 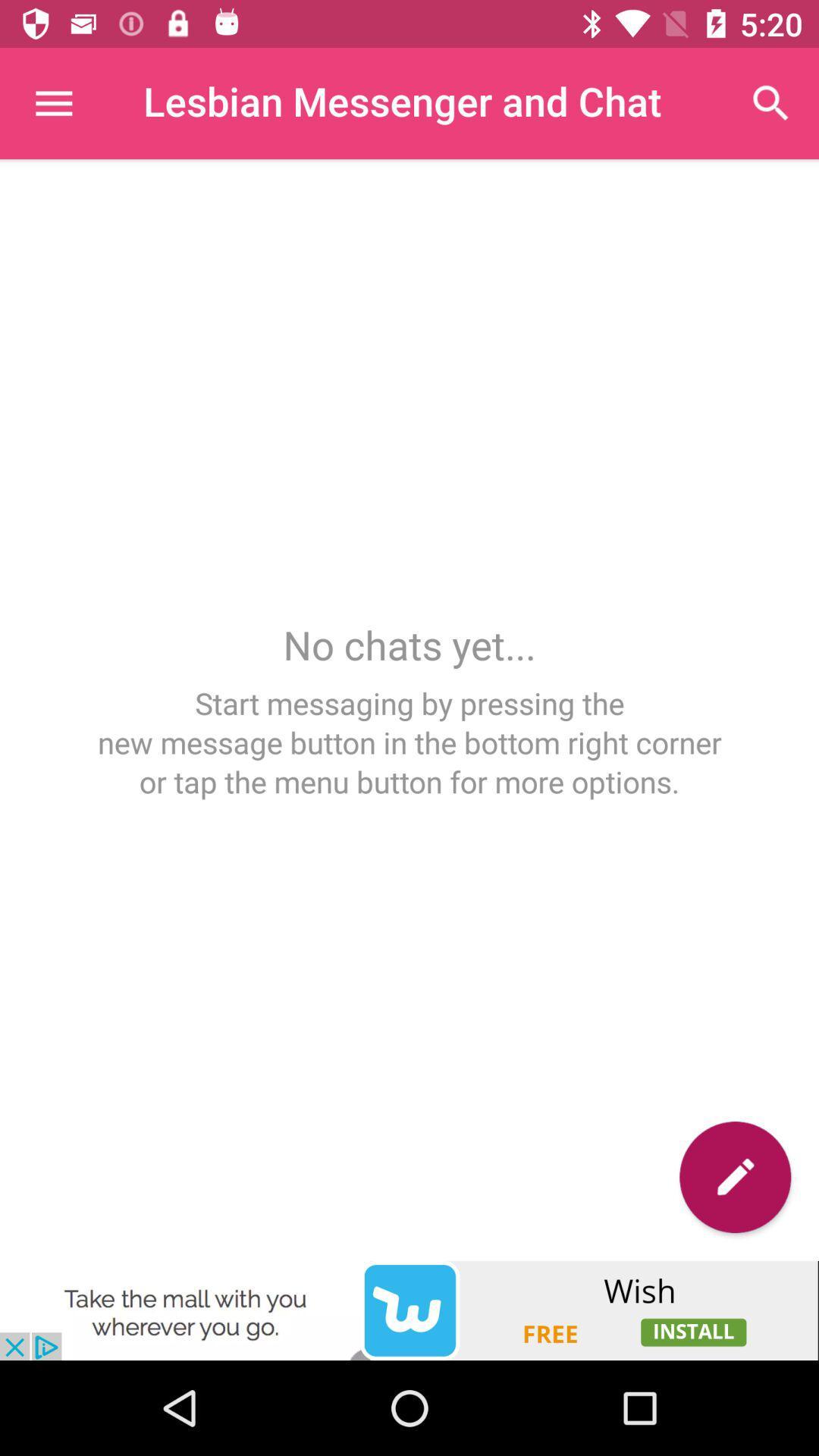 What do you see at coordinates (52, 102) in the screenshot?
I see `the menu` at bounding box center [52, 102].